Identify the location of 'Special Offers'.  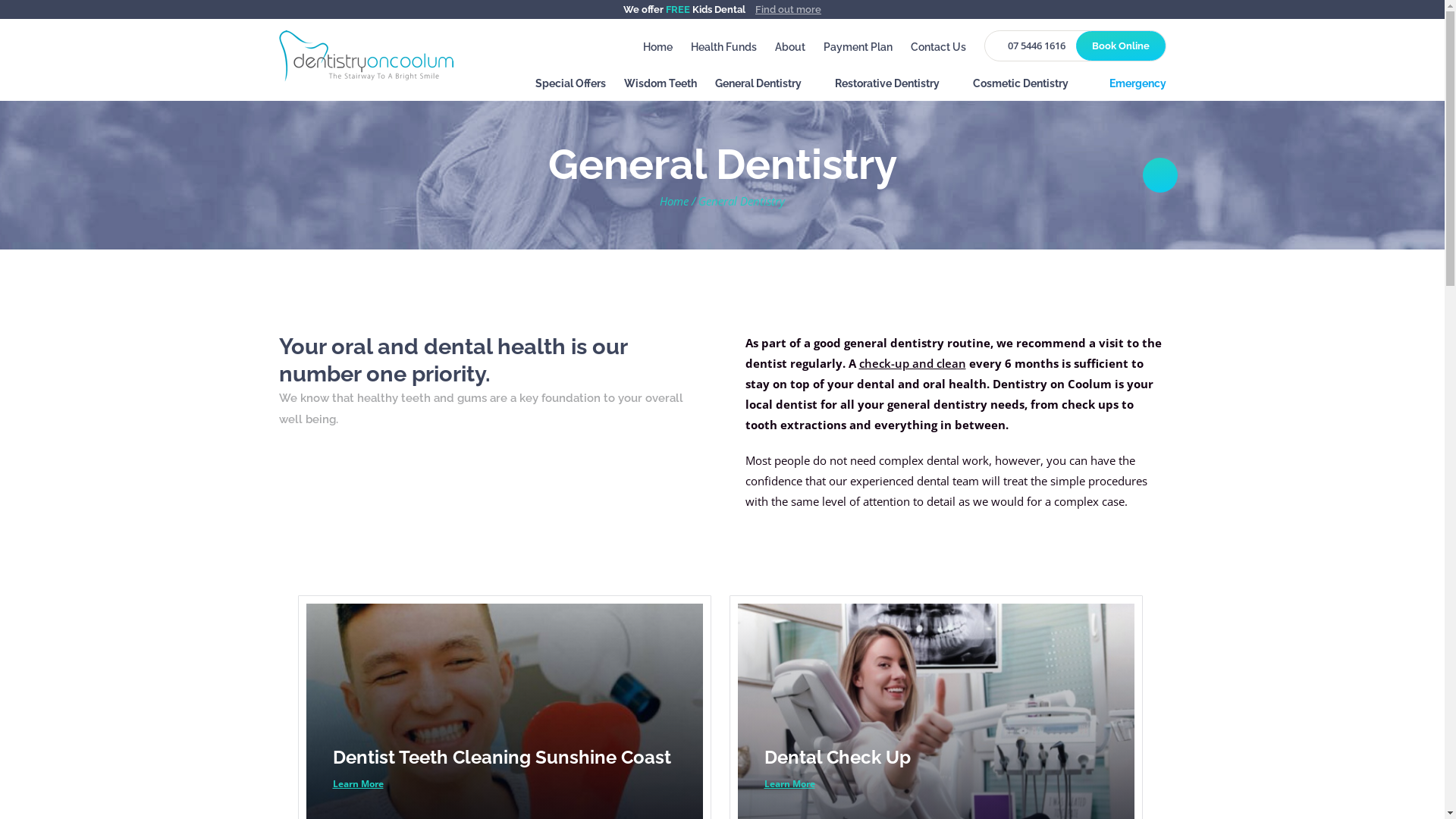
(570, 87).